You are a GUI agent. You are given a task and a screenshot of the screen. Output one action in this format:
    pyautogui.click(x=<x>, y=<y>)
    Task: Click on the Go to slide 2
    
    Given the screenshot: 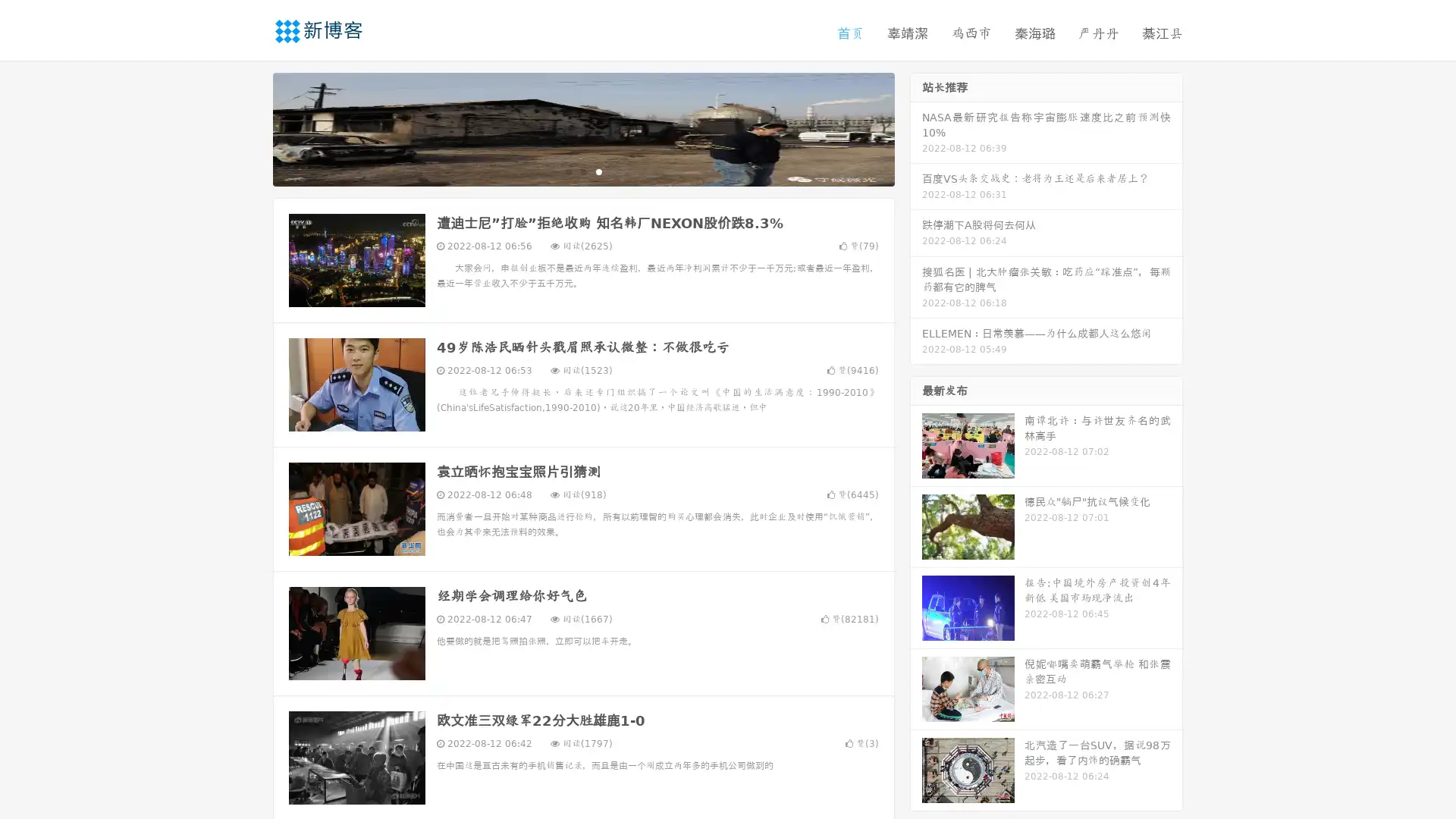 What is the action you would take?
    pyautogui.click(x=582, y=171)
    